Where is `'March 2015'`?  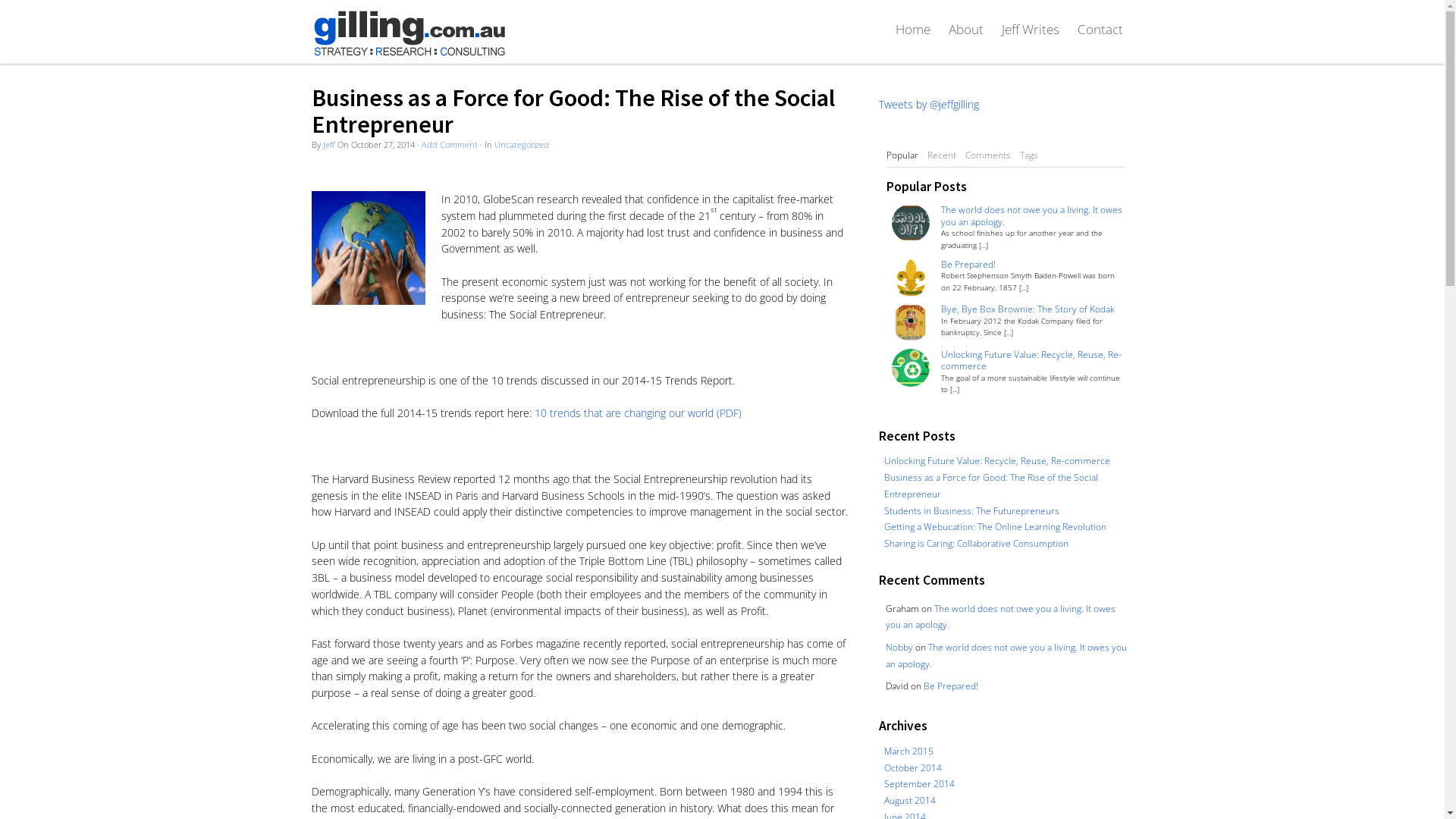 'March 2015' is located at coordinates (908, 751).